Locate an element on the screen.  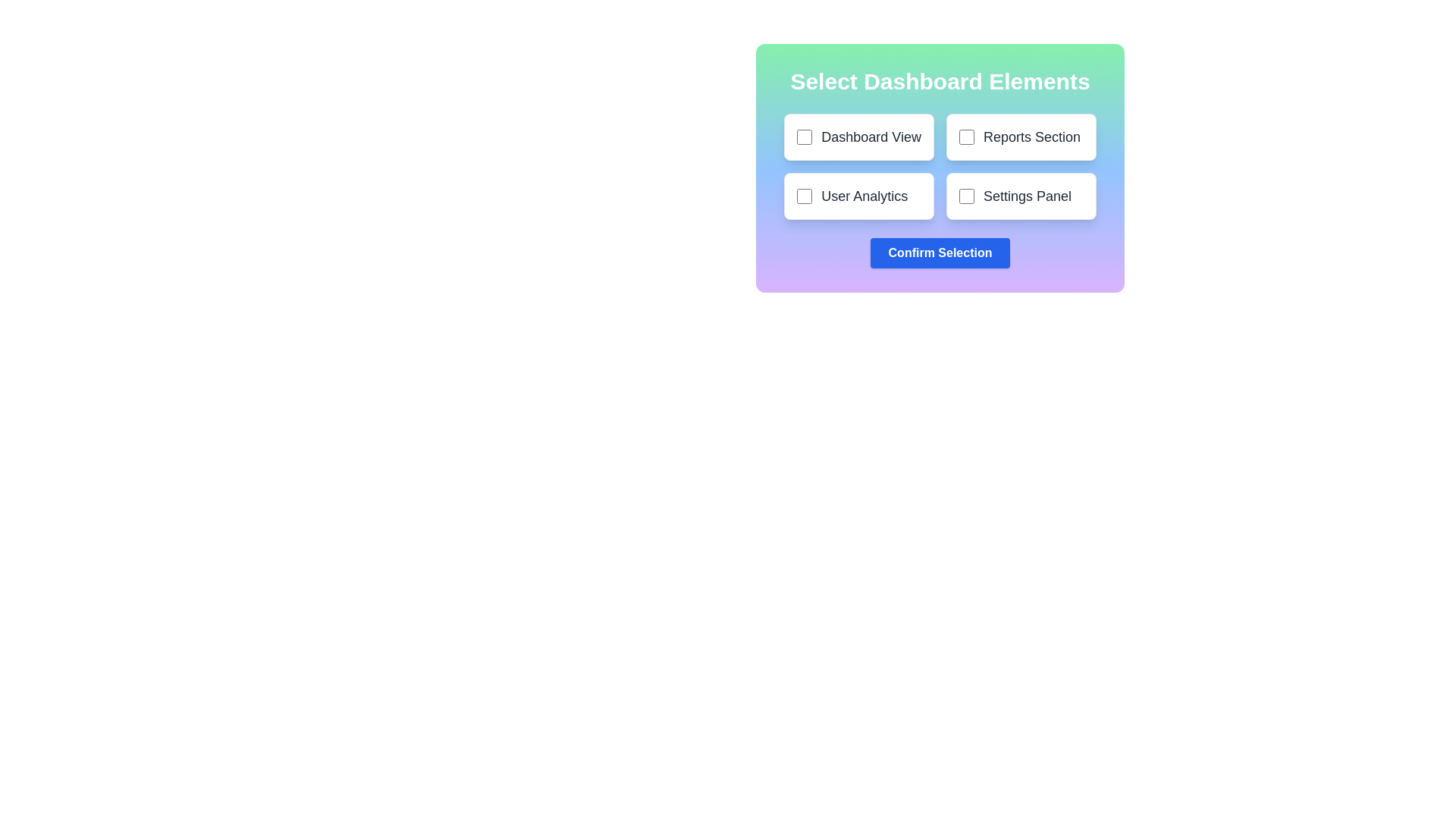
the checkbox for Settings Panel is located at coordinates (966, 195).